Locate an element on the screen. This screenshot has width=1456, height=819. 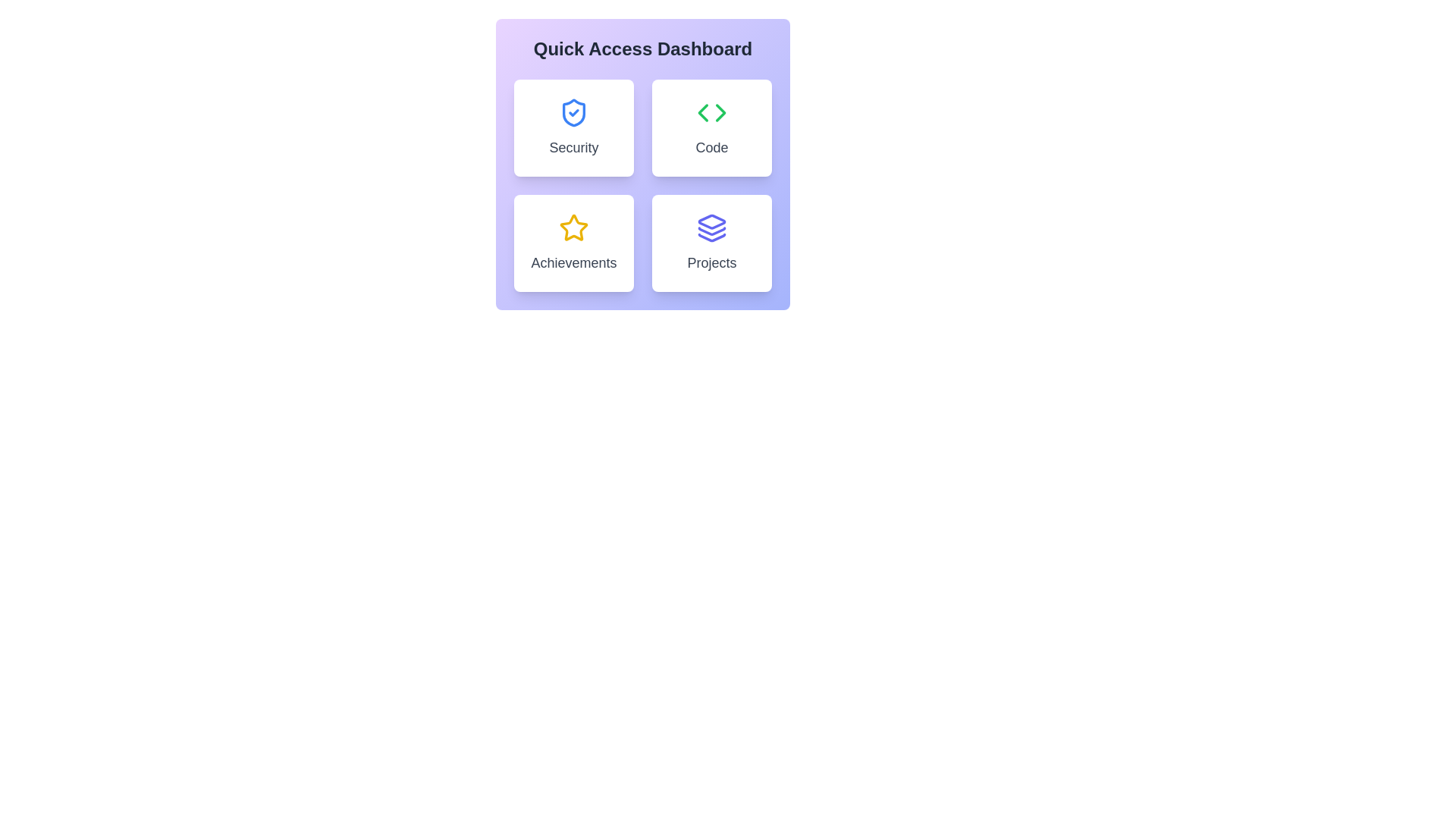
the security icon located in the top-center of the first card in the 'Quick Access Dashboard', positioned above the text 'Security' is located at coordinates (573, 112).